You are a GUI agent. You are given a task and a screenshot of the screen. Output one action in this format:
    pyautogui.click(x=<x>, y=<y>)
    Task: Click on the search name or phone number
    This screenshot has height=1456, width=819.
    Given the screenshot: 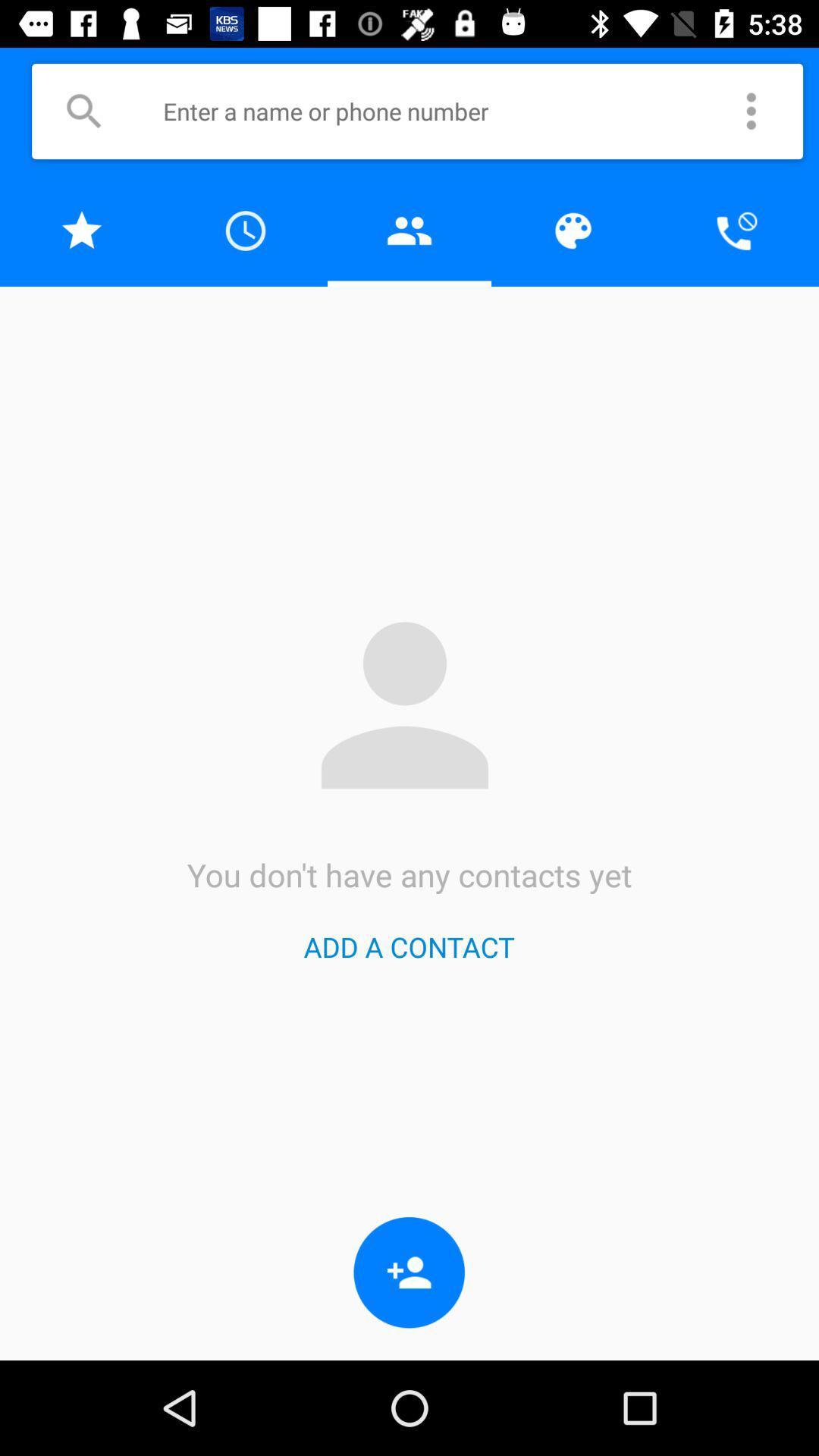 What is the action you would take?
    pyautogui.click(x=439, y=110)
    